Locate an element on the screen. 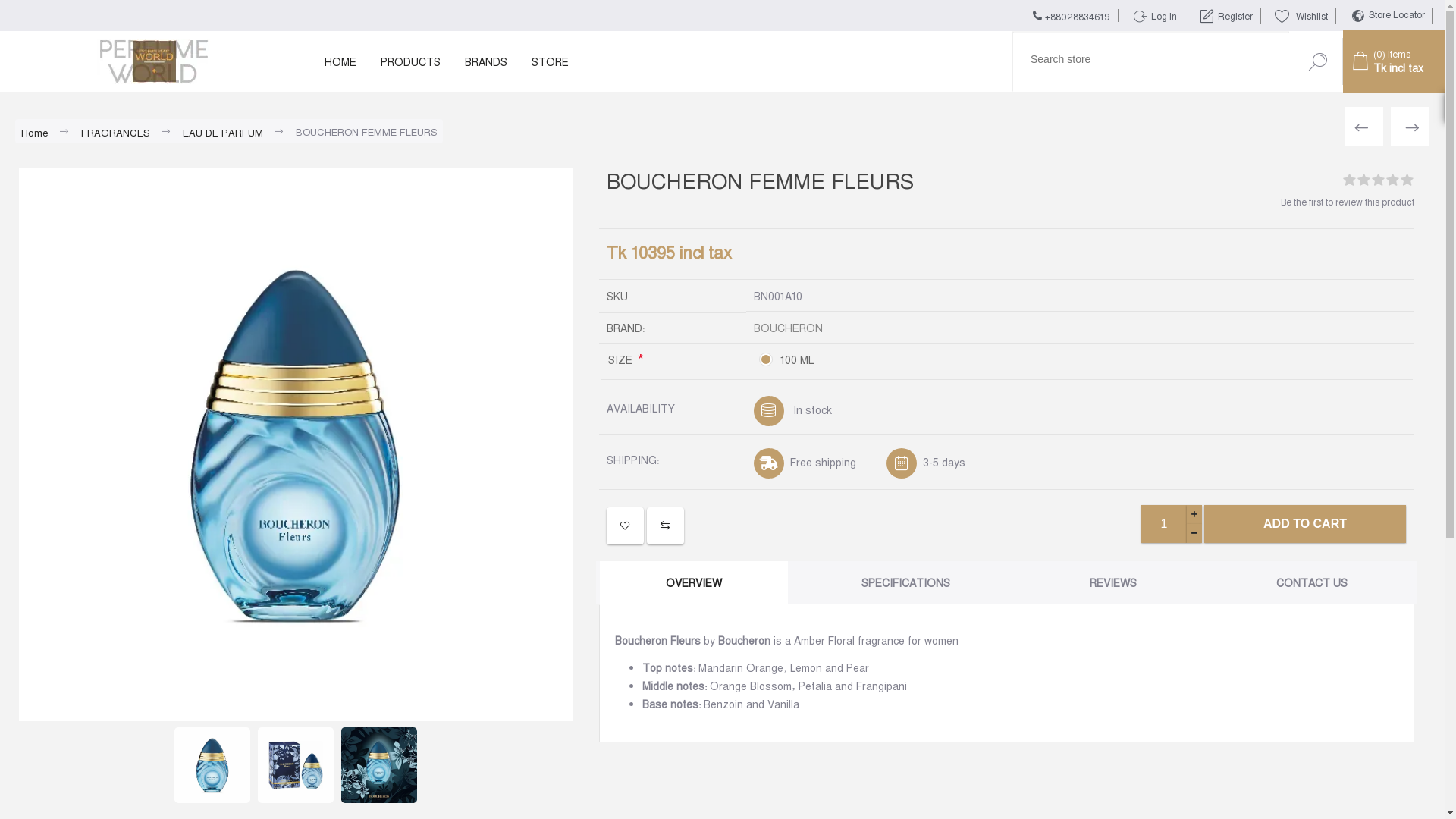 The width and height of the screenshot is (1456, 819). 'Search' is located at coordinates (1320, 58).